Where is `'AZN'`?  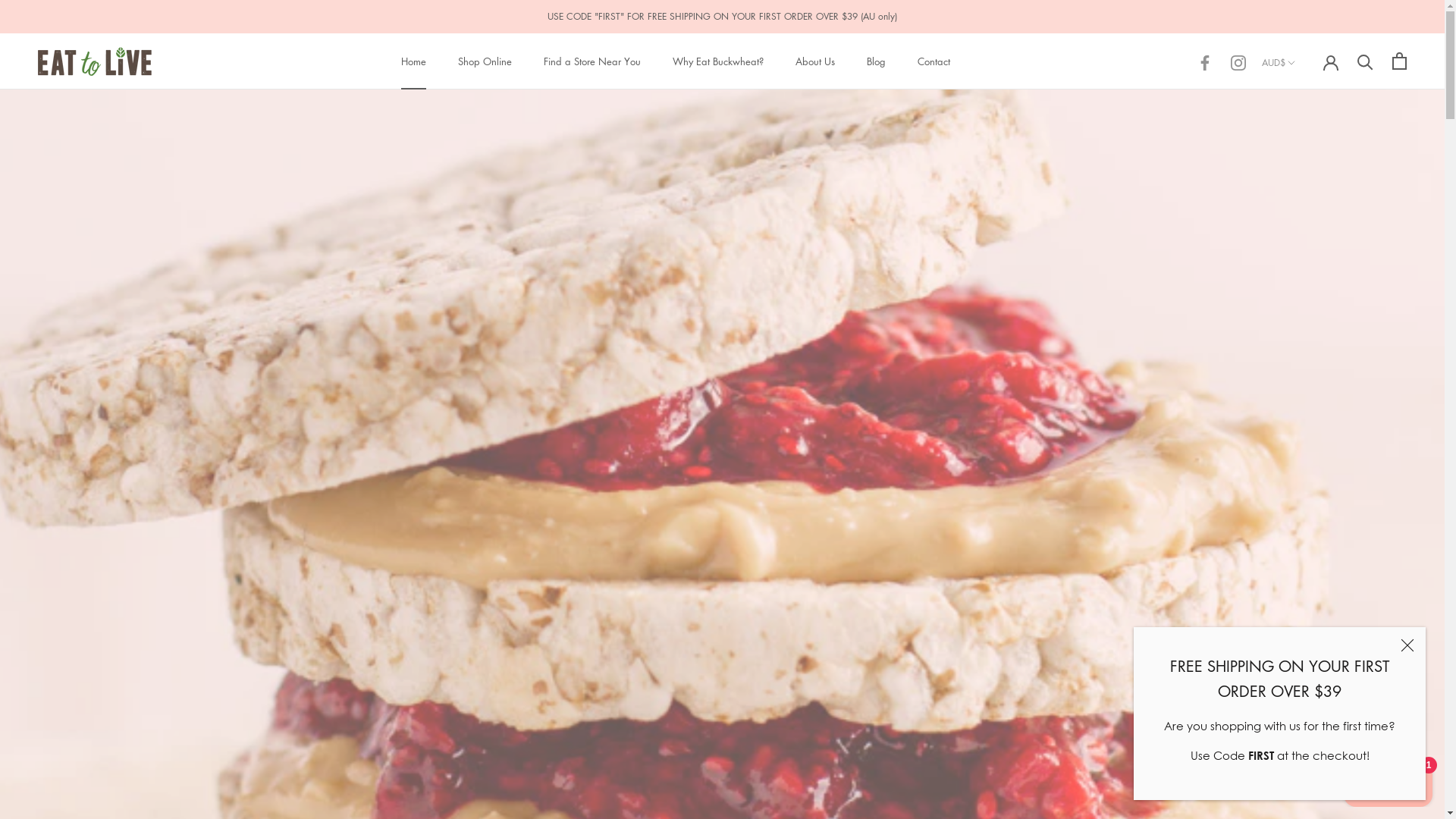
'AZN' is located at coordinates (1306, 253).